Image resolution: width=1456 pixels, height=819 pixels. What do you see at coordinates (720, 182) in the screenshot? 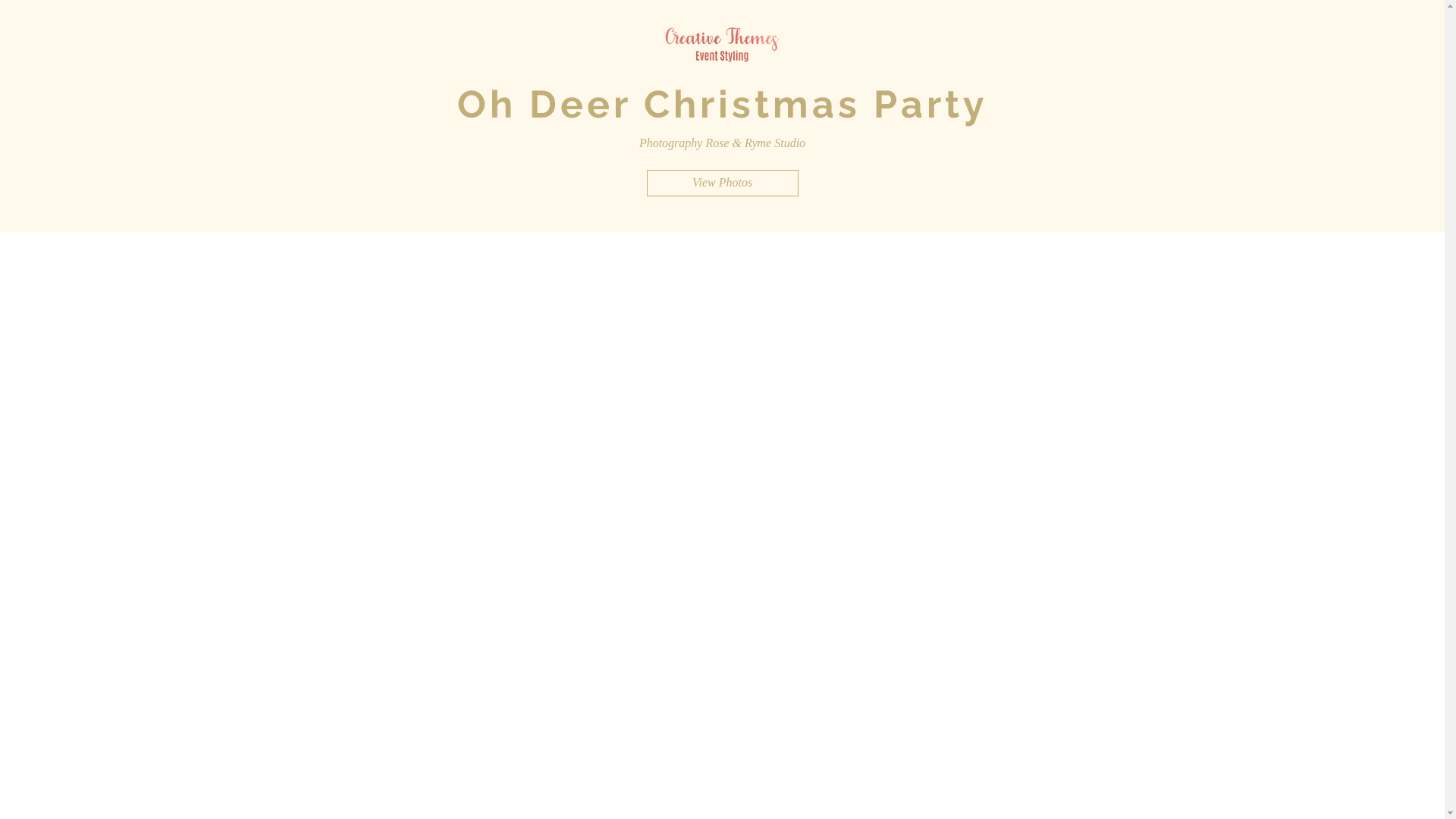
I see `'View Photos'` at bounding box center [720, 182].